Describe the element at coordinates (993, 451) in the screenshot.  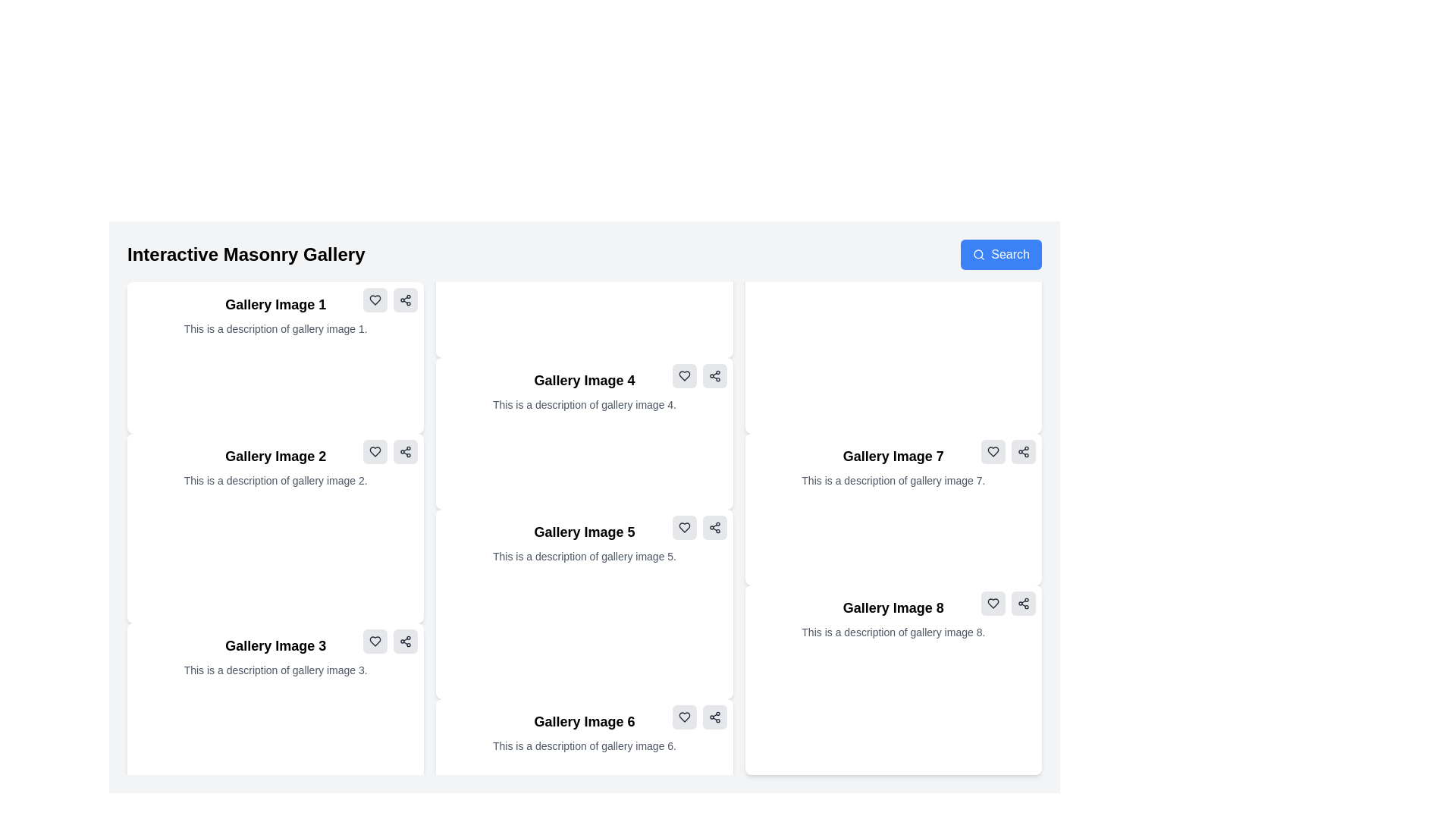
I see `the favorite button located in the top-right corner of the 'Gallery Image 7' card` at that location.